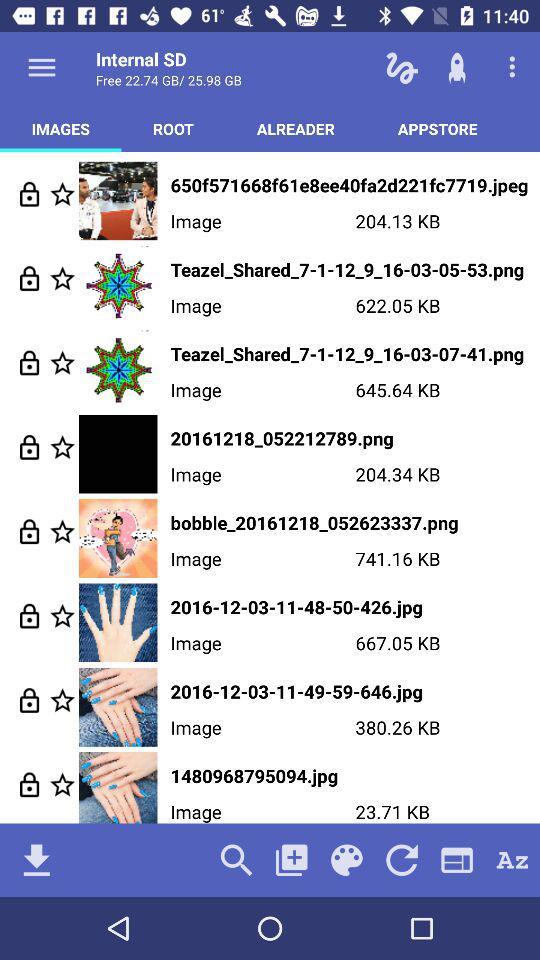 The image size is (540, 960). I want to click on mark as favorite, so click(62, 447).